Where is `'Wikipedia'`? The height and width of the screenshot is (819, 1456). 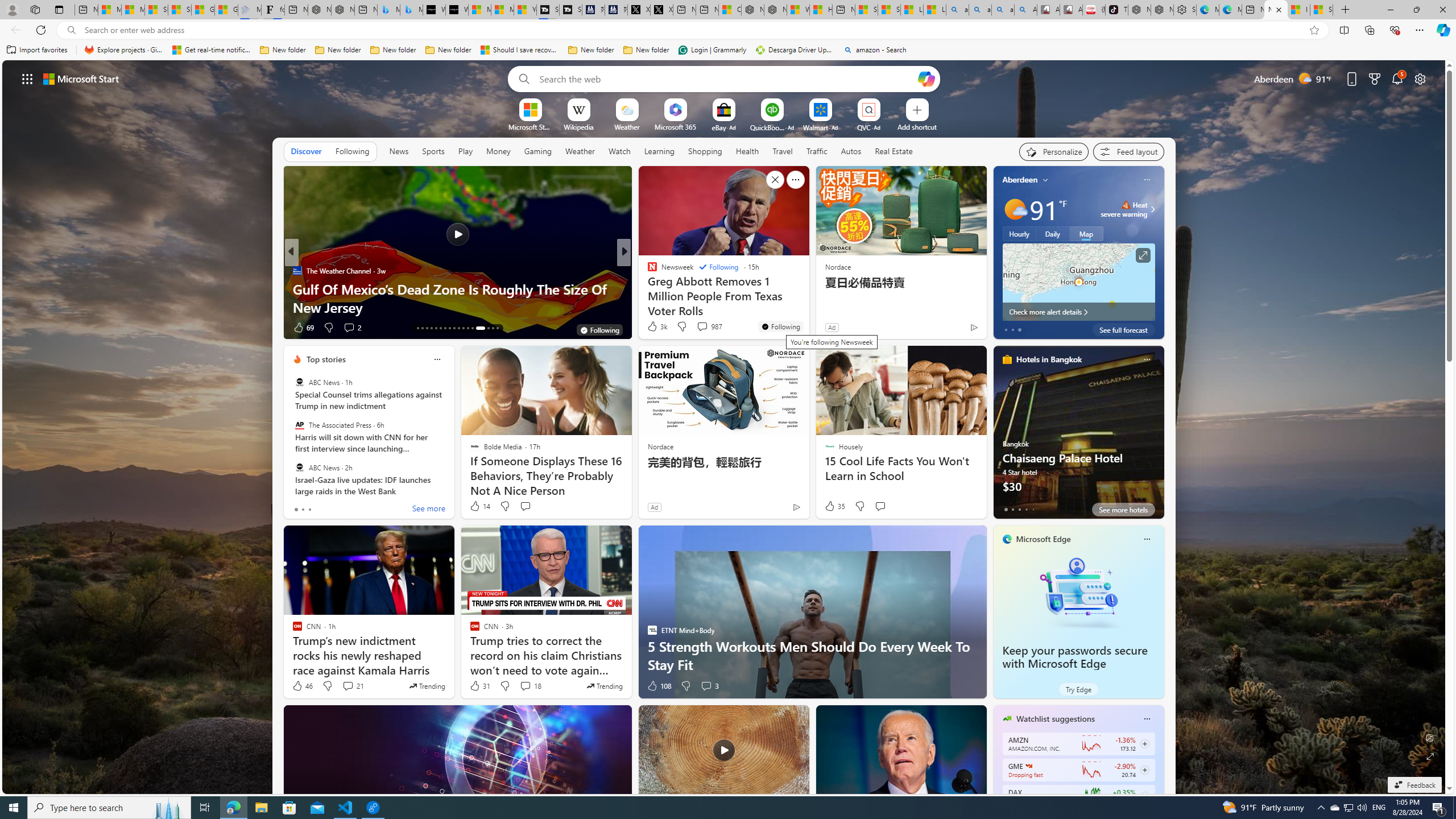 'Wikipedia' is located at coordinates (578, 126).